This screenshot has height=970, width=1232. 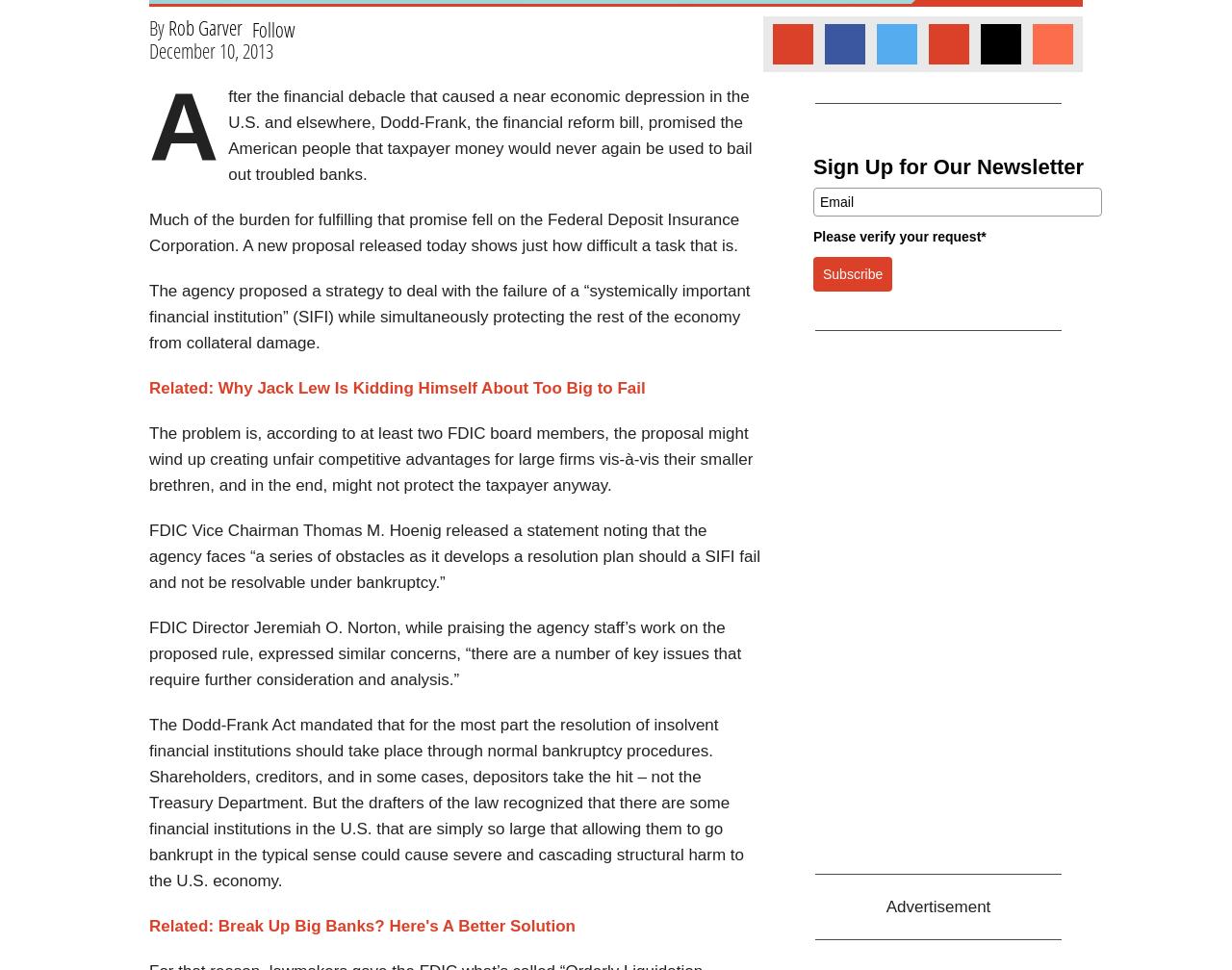 What do you see at coordinates (453, 556) in the screenshot?
I see `'FDIC Vice Chairman Thomas M. Hoenig released a statement noting that the agency faces “a series of obstacles as it develops a resolution plan should a SIFI fail and not be resolvable under bankruptcy.”'` at bounding box center [453, 556].